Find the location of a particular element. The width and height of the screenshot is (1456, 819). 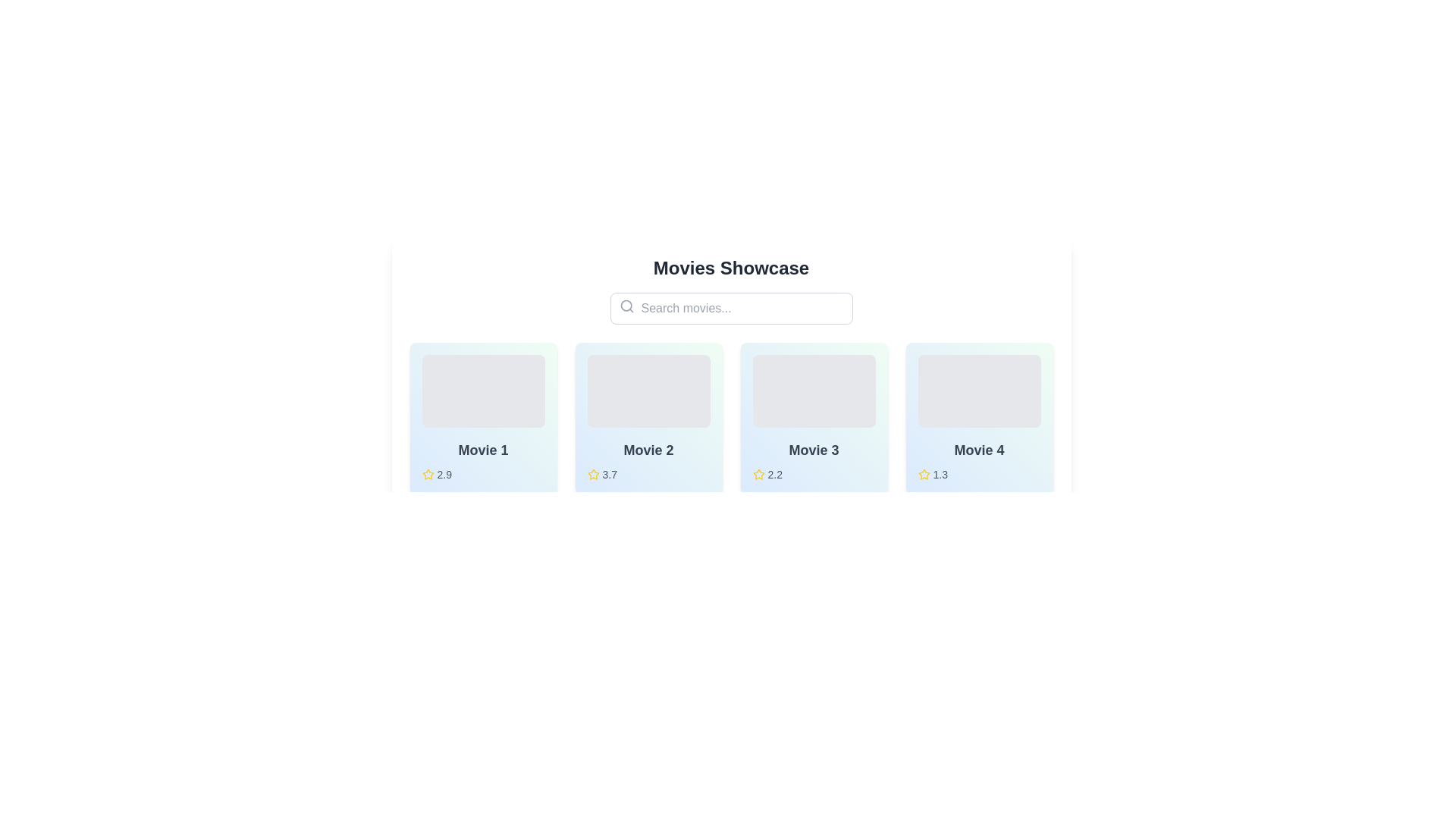

the search icon located to the left of the 'Search movies...' text input field, which visually indicates the search functionality is located at coordinates (626, 306).